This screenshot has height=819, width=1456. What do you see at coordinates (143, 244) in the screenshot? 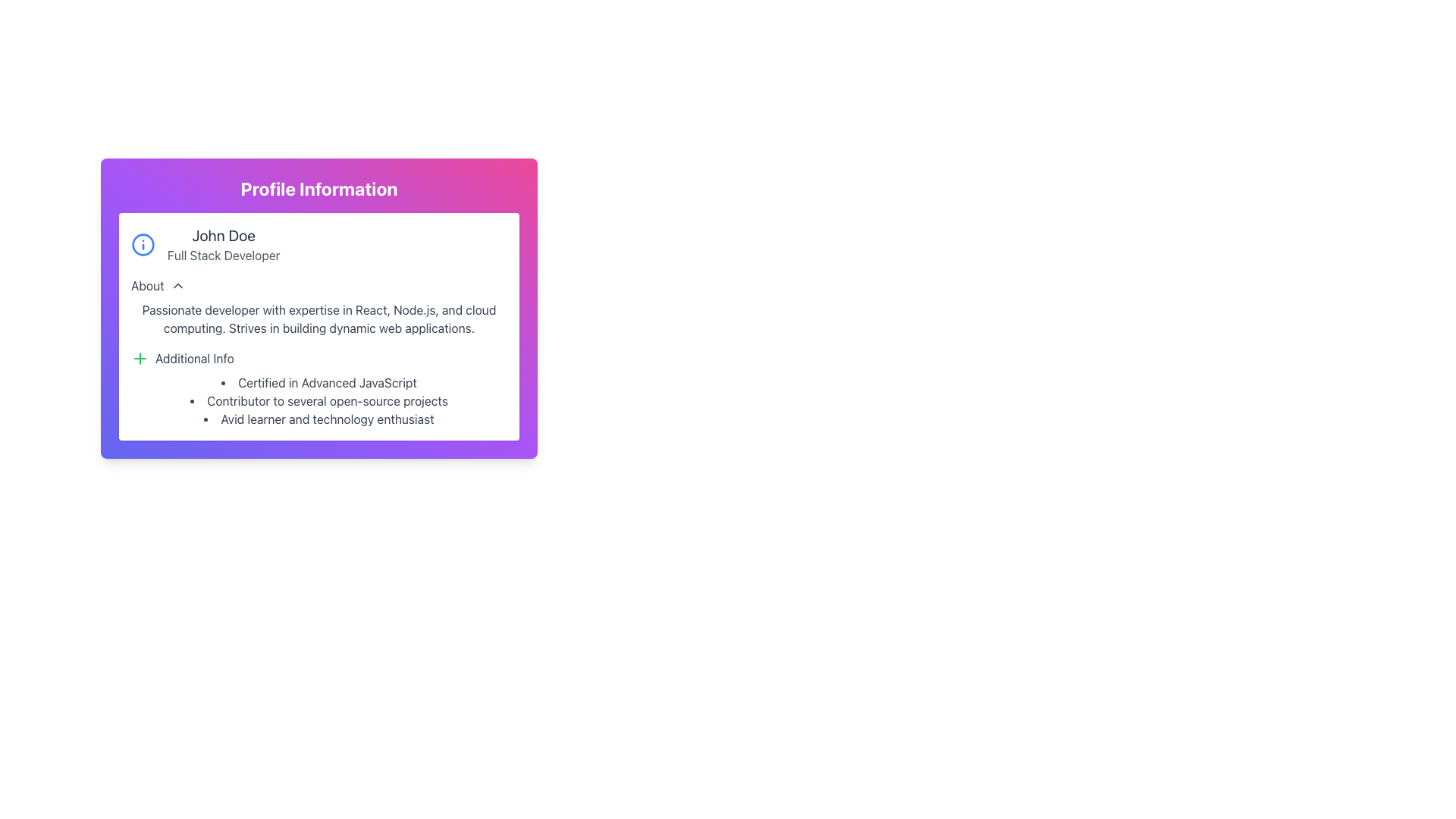
I see `the circular blue 'i' icon located to the left of 'John Doe' in the header section of the profile card` at bounding box center [143, 244].